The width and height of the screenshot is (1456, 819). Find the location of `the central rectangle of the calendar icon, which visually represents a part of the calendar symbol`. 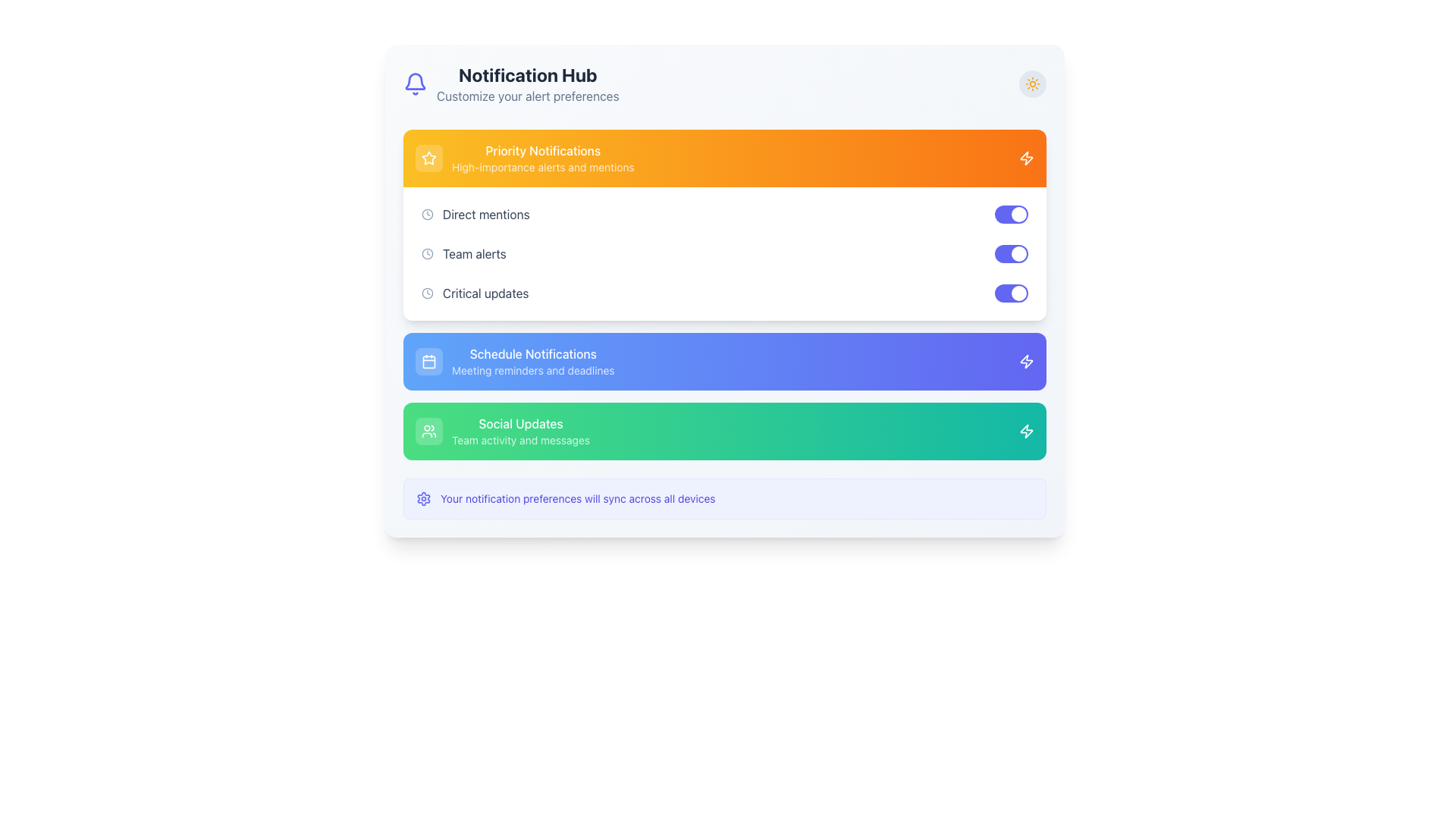

the central rectangle of the calendar icon, which visually represents a part of the calendar symbol is located at coordinates (428, 362).